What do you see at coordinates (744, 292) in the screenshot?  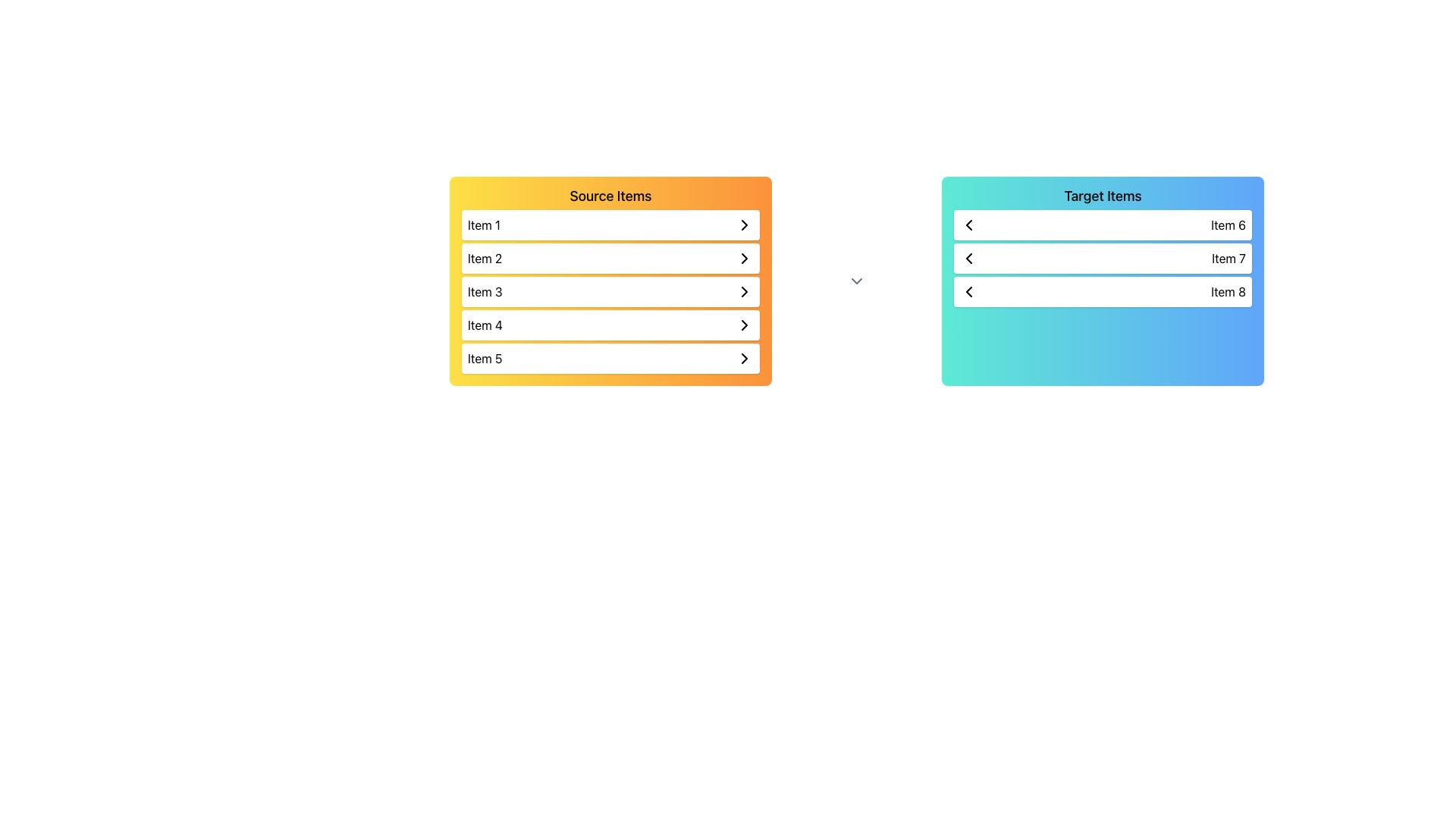 I see `the expansion icon located in the 'Item 3' row of the 'Source Items' list` at bounding box center [744, 292].